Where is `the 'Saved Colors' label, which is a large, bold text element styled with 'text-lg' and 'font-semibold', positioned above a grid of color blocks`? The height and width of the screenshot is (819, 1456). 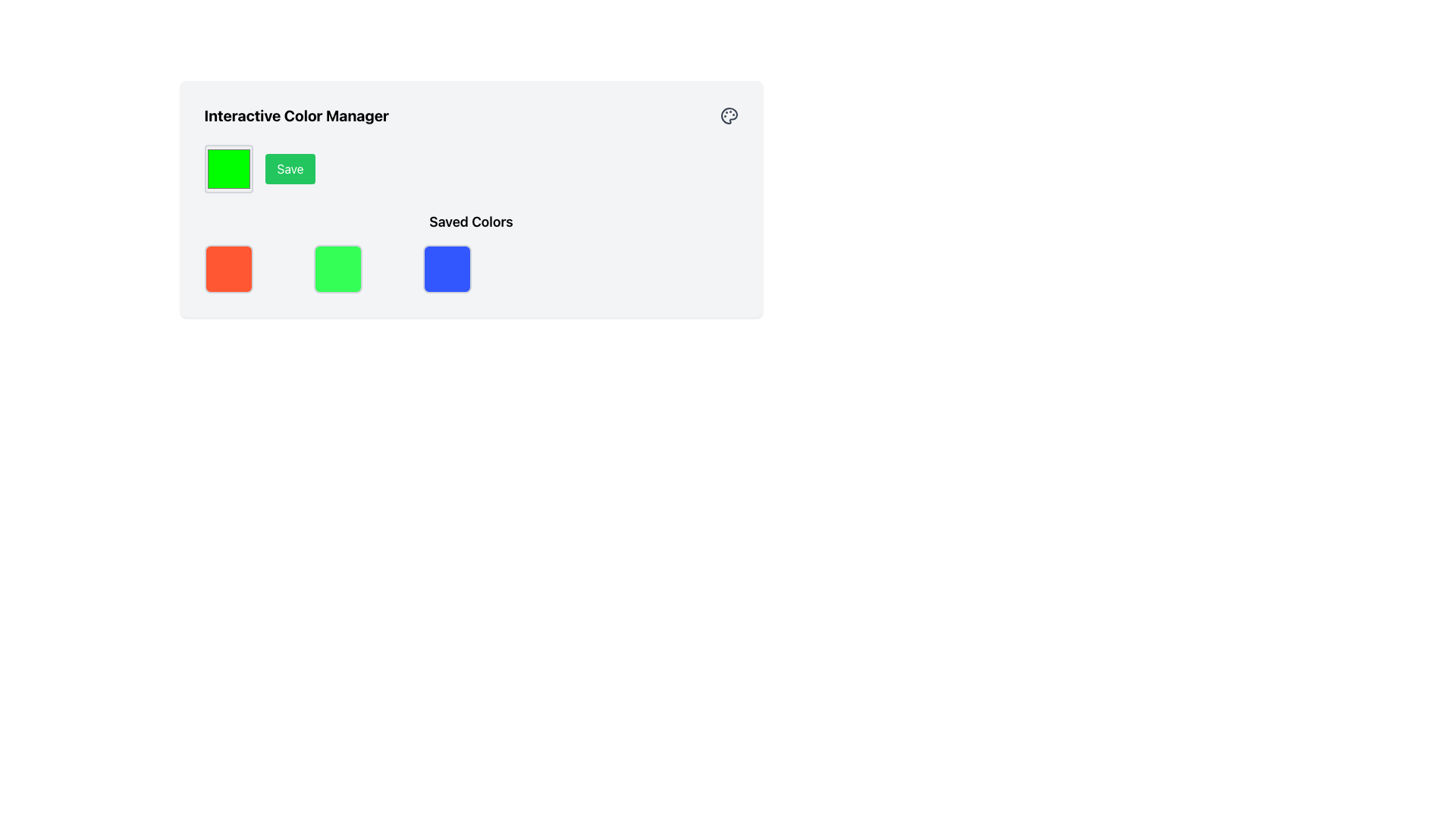
the 'Saved Colors' label, which is a large, bold text element styled with 'text-lg' and 'font-semibold', positioned above a grid of color blocks is located at coordinates (470, 222).